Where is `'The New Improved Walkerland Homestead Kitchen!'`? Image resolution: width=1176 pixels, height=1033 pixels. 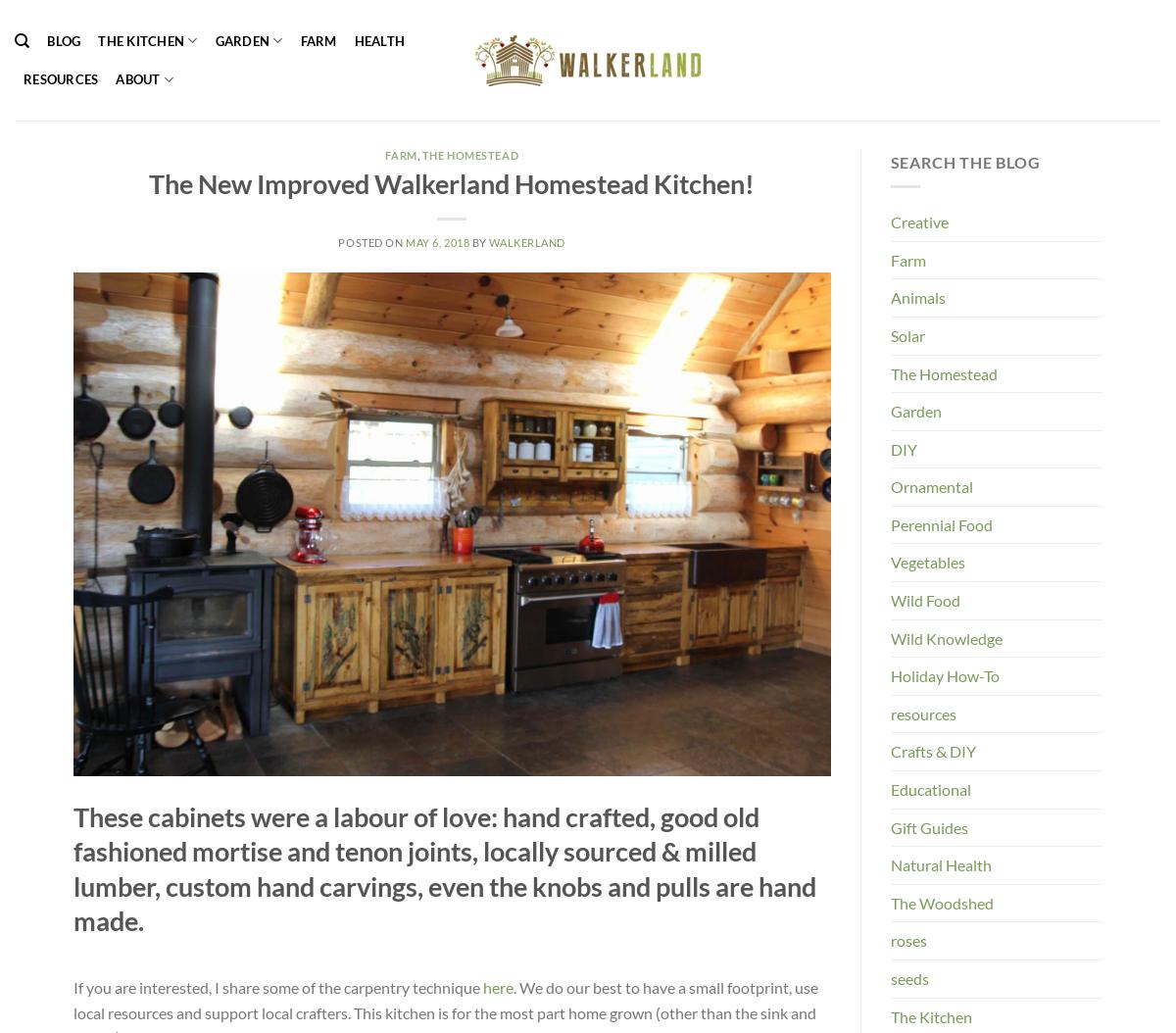
'The New Improved Walkerland Homestead Kitchen!' is located at coordinates (148, 182).